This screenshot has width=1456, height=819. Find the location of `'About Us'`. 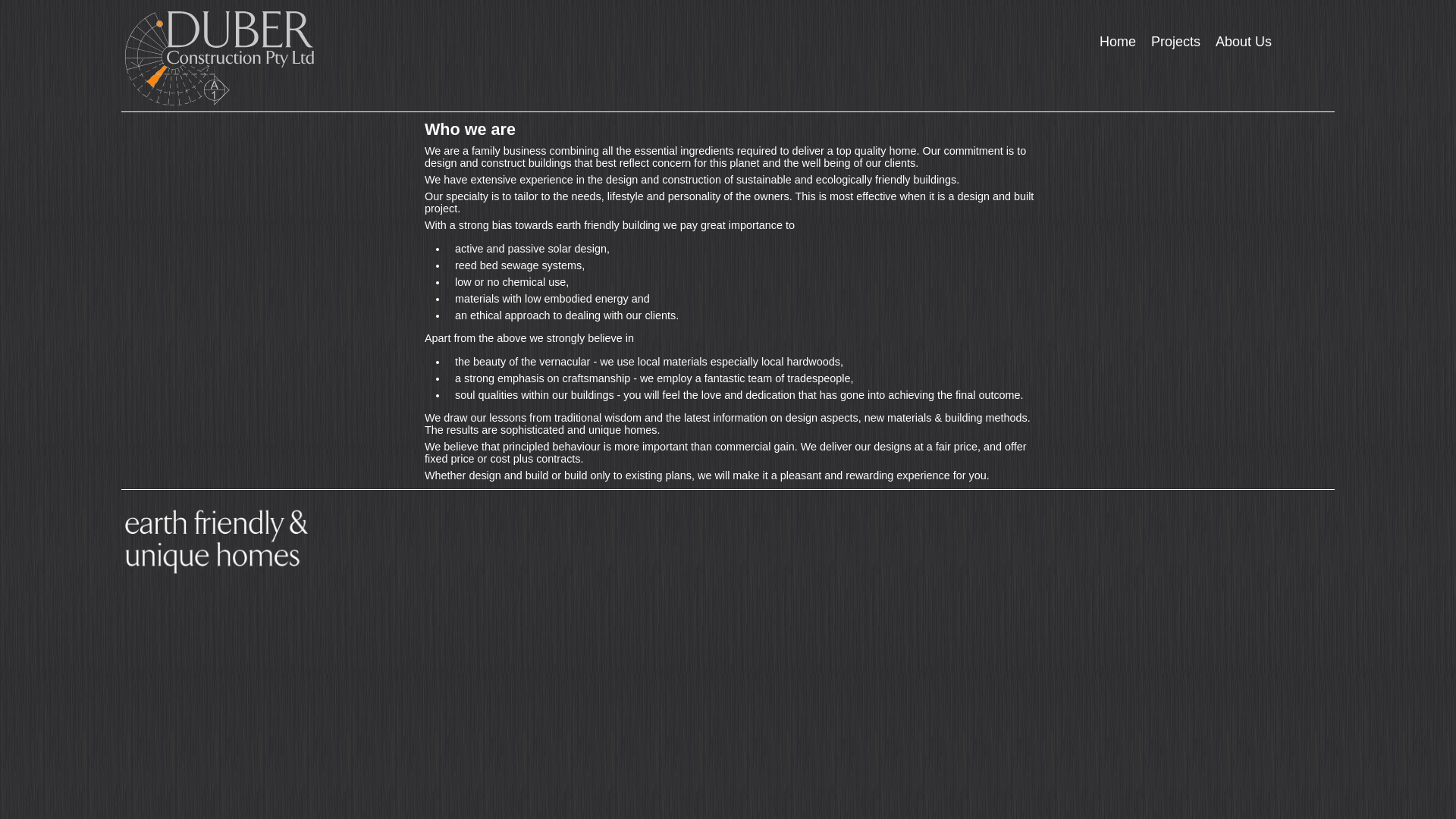

'About Us' is located at coordinates (1207, 41).